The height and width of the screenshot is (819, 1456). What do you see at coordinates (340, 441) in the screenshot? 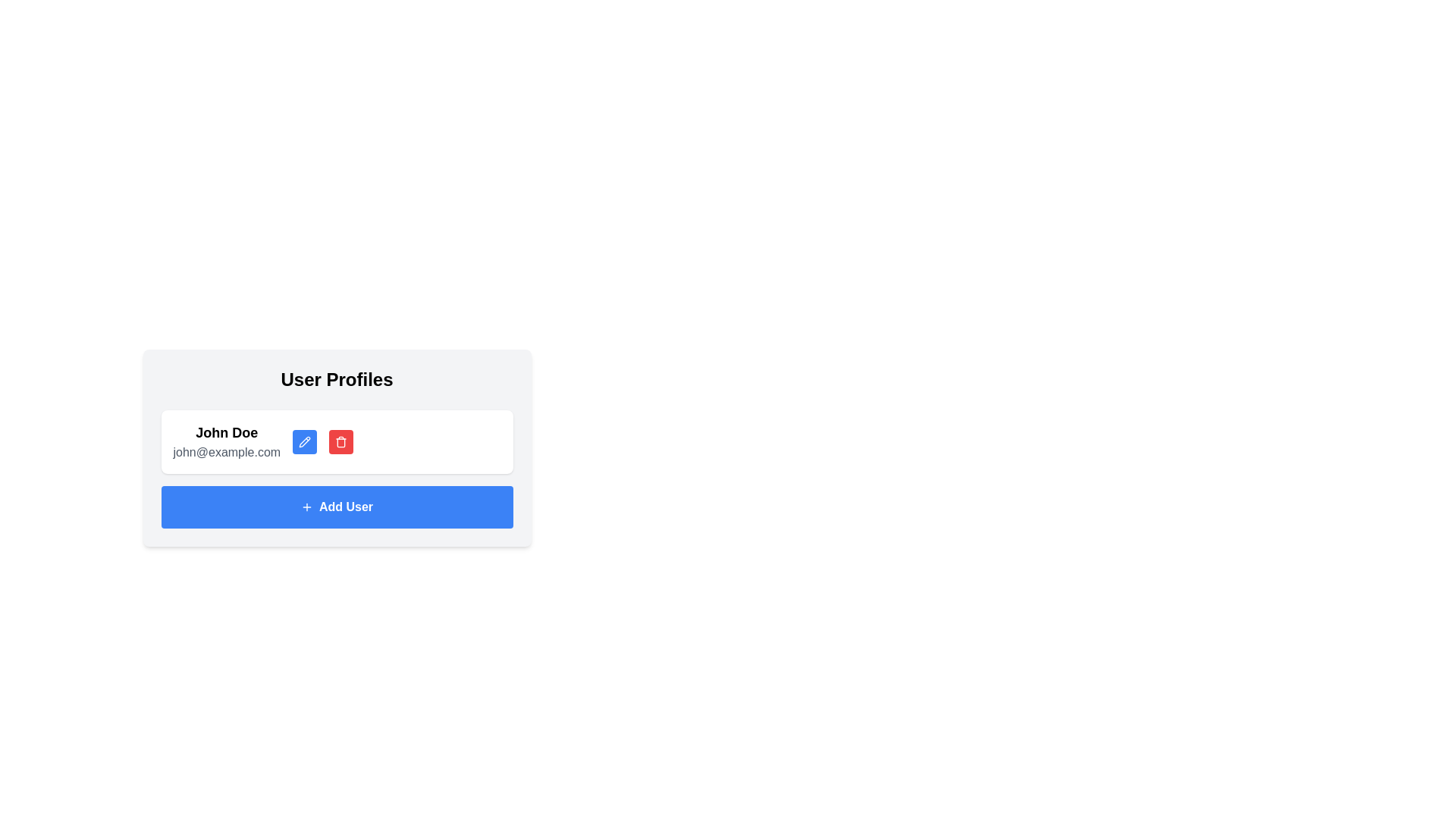
I see `the red button located to the immediate right of the blue pencil button` at bounding box center [340, 441].